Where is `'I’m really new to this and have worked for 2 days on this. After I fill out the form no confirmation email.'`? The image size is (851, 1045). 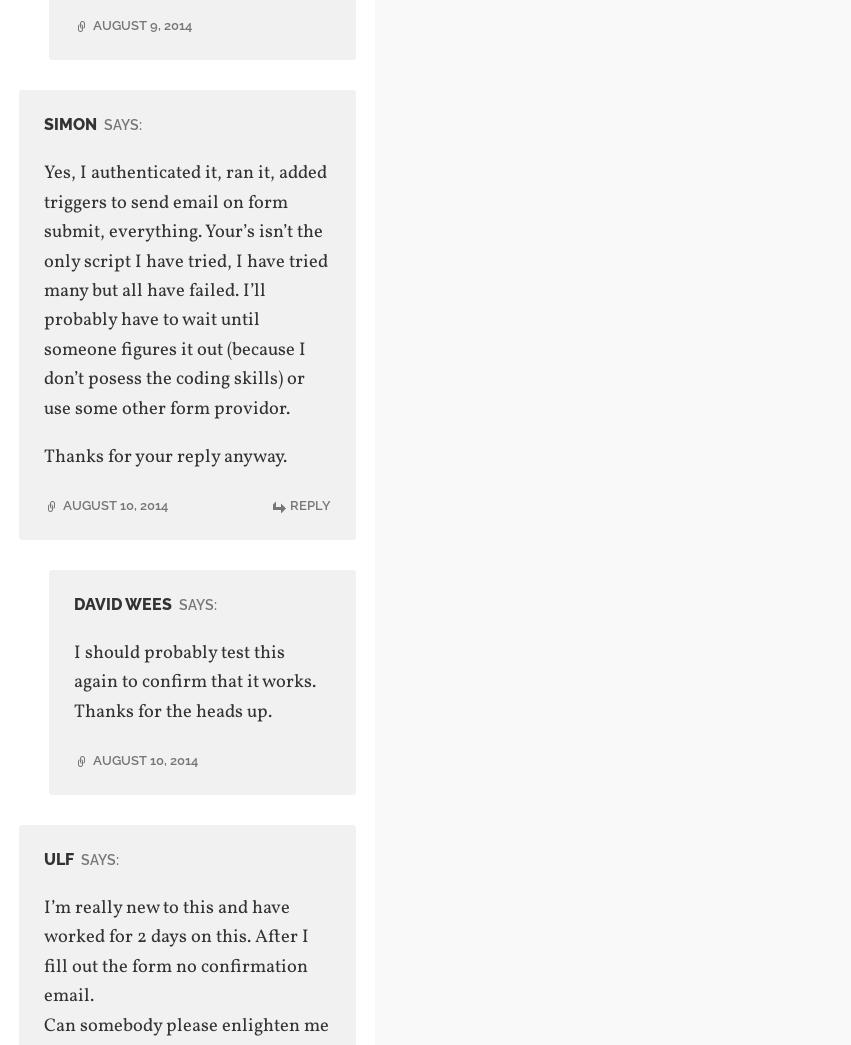 'I’m really new to this and have worked for 2 days on this. After I fill out the form no confirmation email.' is located at coordinates (174, 950).